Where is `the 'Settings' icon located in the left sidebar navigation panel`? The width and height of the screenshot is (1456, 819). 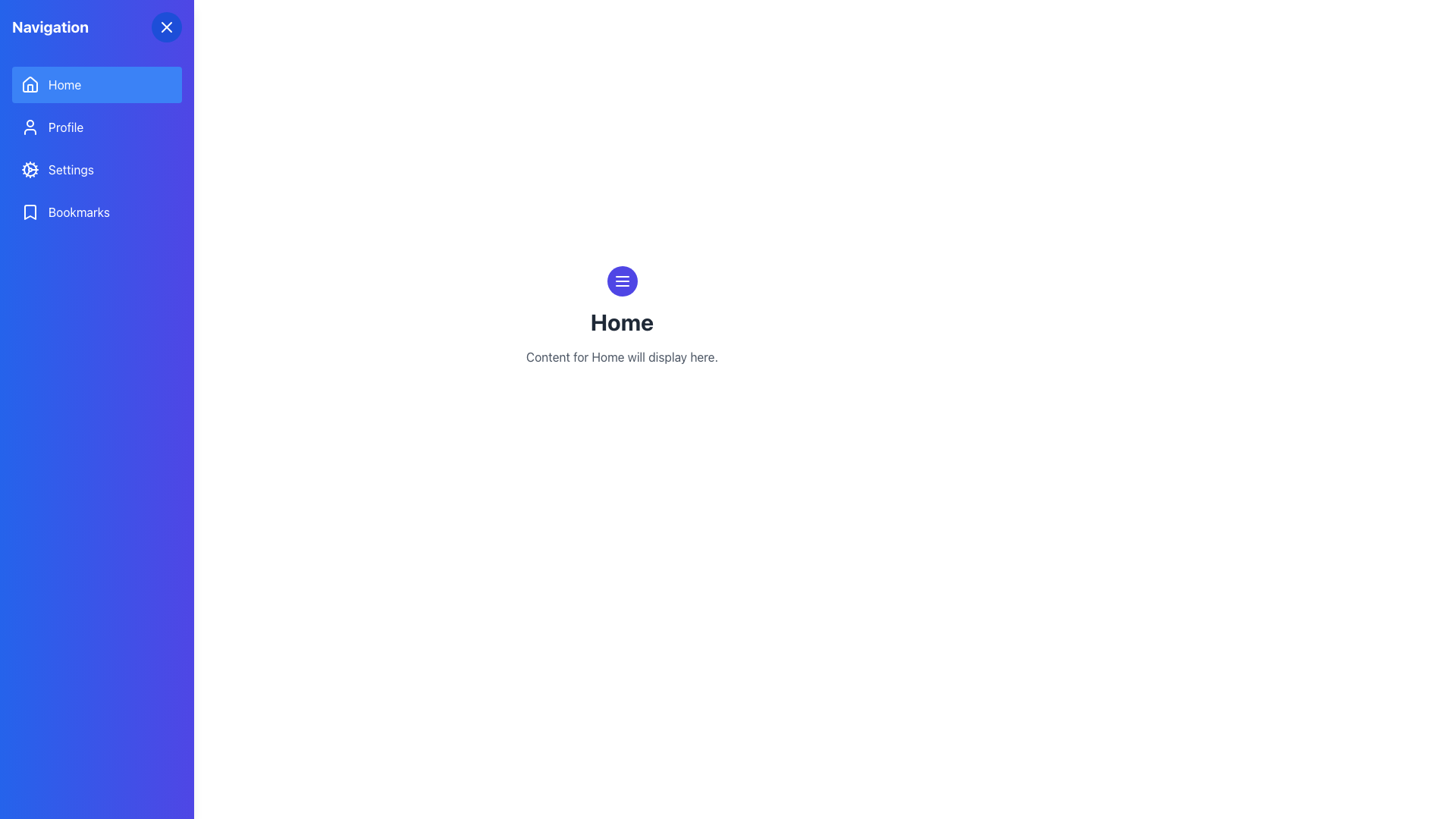 the 'Settings' icon located in the left sidebar navigation panel is located at coordinates (30, 169).